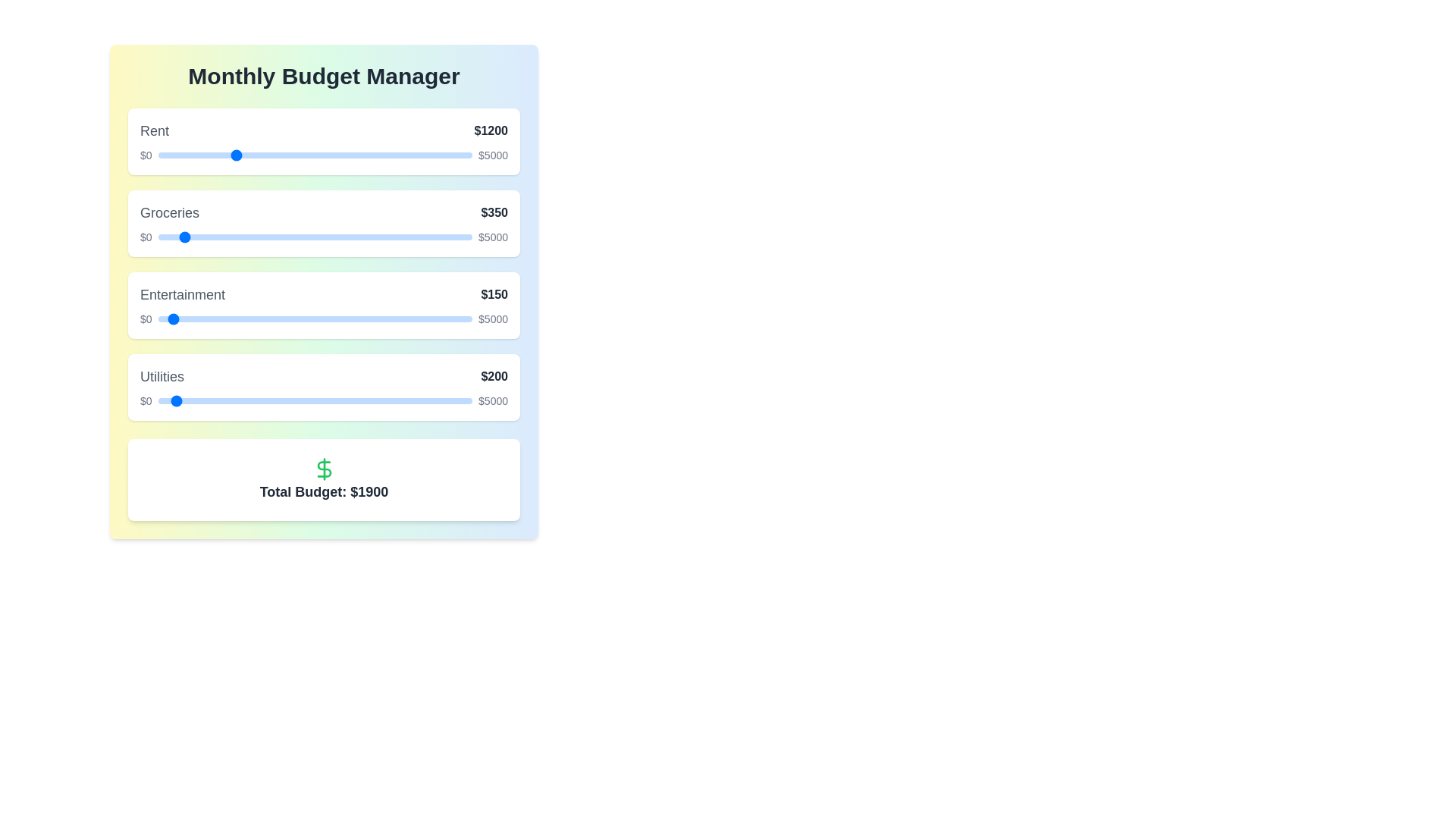 The height and width of the screenshot is (819, 1456). Describe the element at coordinates (329, 400) in the screenshot. I see `the 'Utilities' slider` at that location.